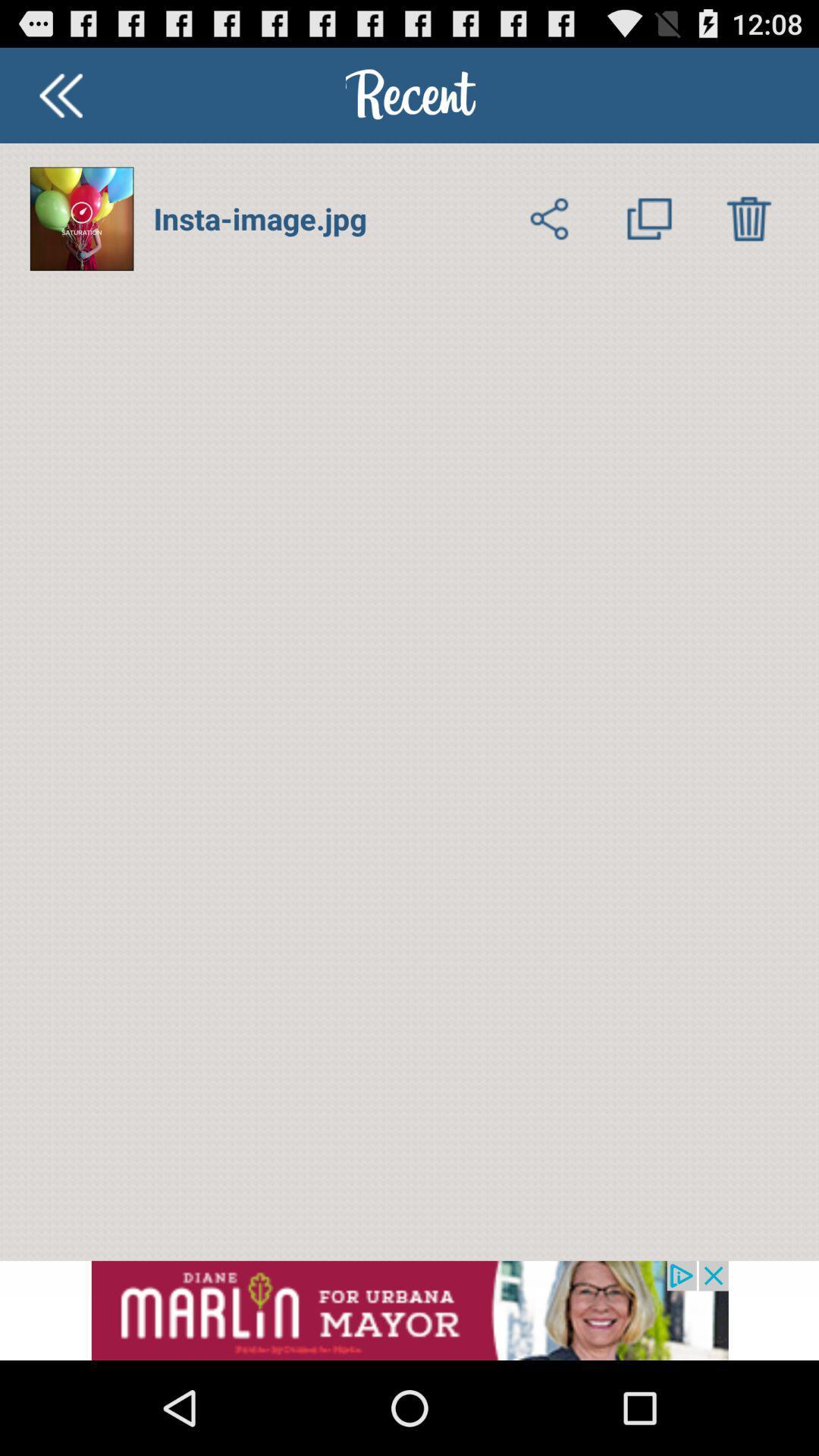 The height and width of the screenshot is (1456, 819). What do you see at coordinates (550, 218) in the screenshot?
I see `share button` at bounding box center [550, 218].